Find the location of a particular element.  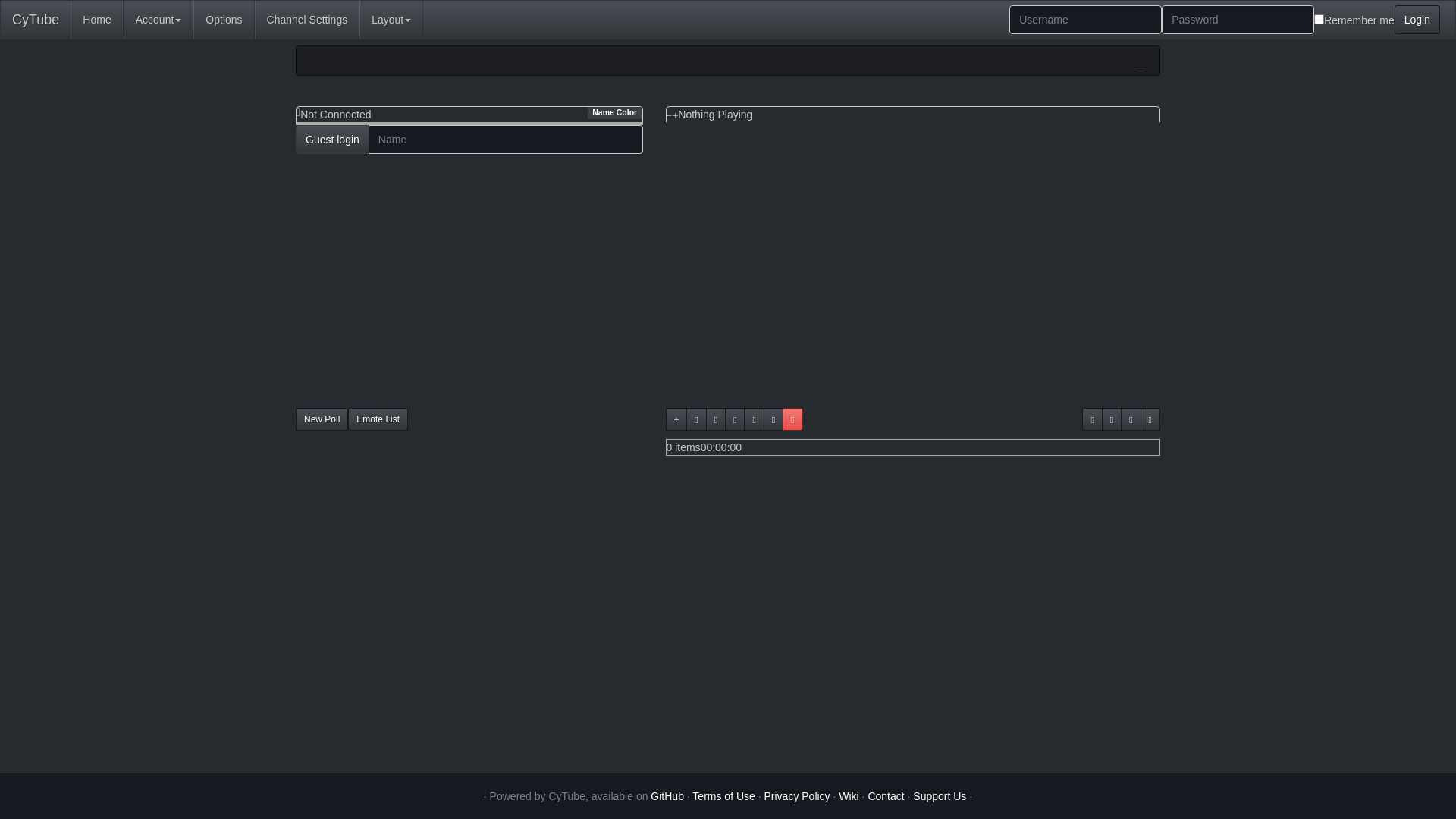

'Layout' is located at coordinates (391, 20).